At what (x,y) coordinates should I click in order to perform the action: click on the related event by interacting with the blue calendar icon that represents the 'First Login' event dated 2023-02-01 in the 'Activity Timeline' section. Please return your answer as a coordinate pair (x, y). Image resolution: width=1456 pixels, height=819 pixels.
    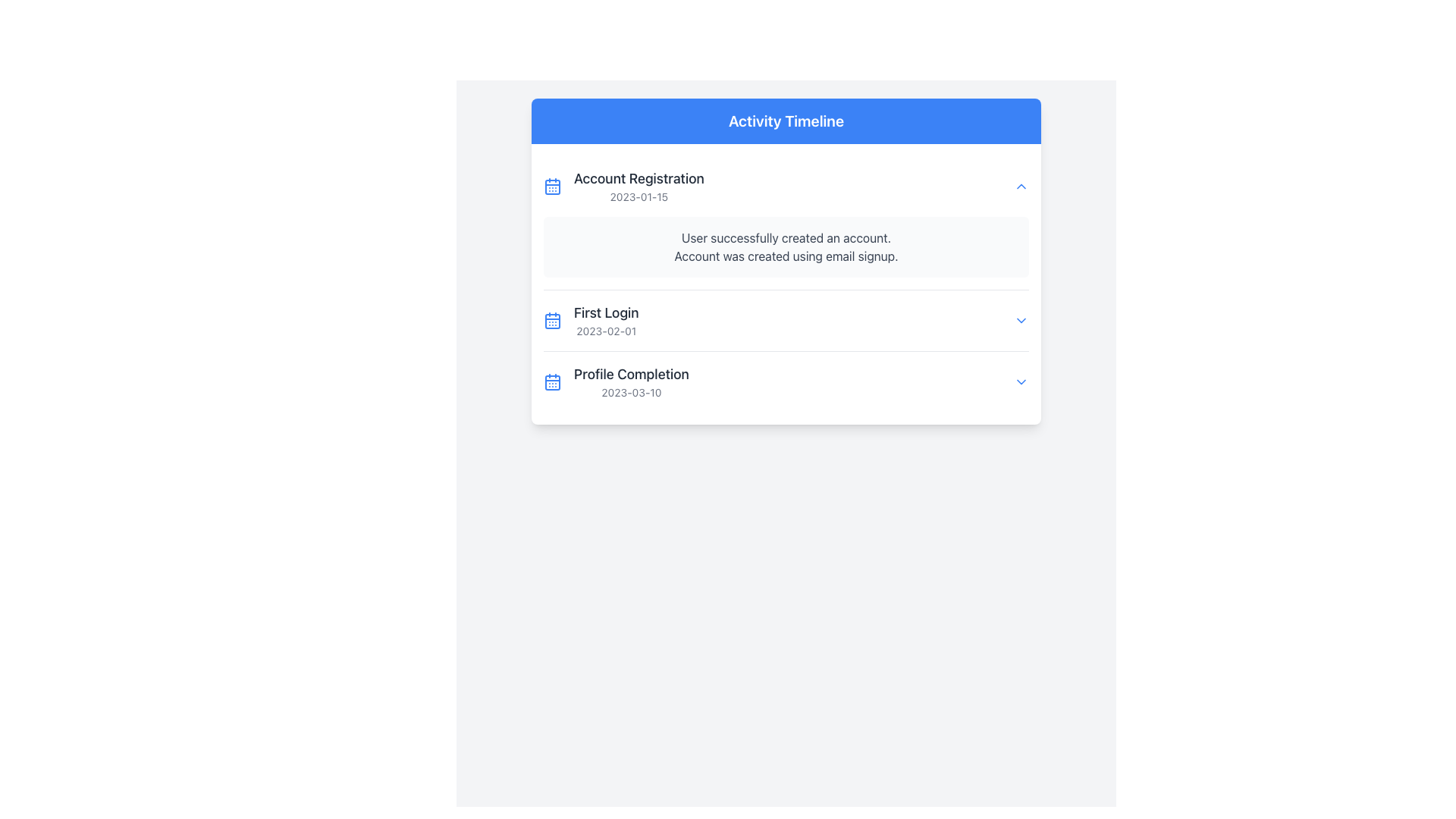
    Looking at the image, I should click on (552, 320).